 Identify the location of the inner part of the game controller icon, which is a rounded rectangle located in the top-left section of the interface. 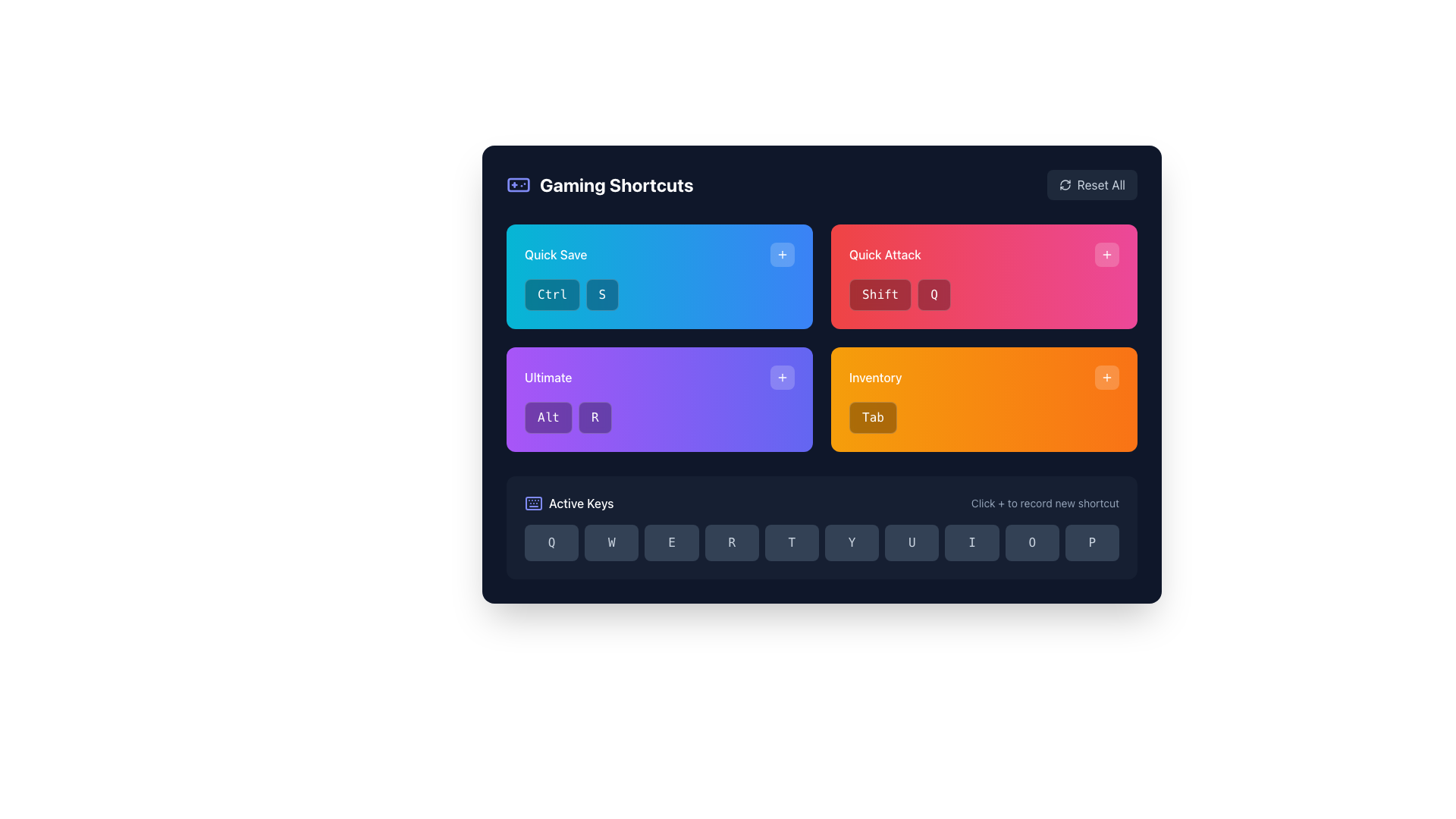
(519, 184).